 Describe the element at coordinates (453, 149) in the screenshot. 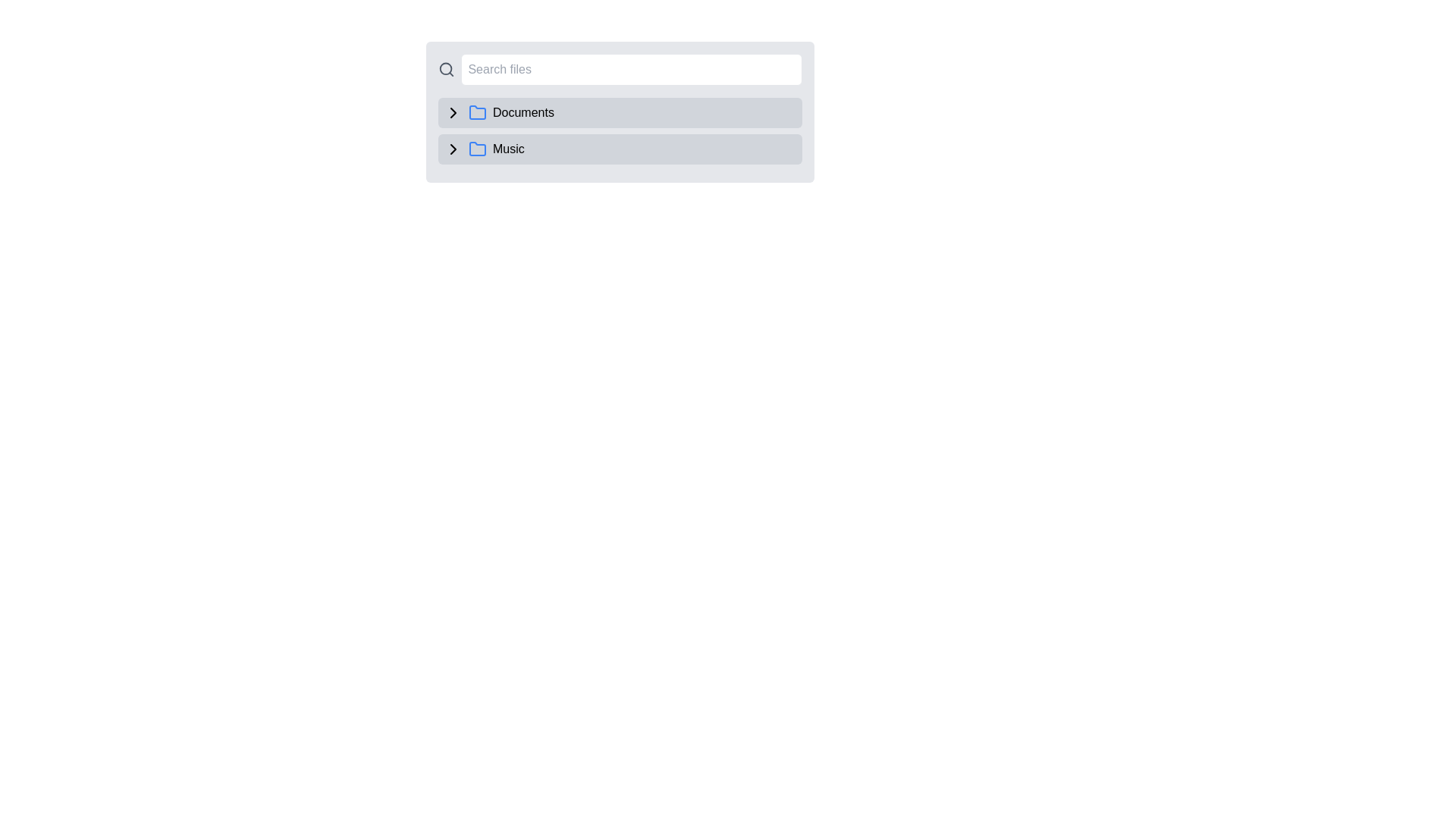

I see `the icon located to the left of the 'Music' label` at that location.